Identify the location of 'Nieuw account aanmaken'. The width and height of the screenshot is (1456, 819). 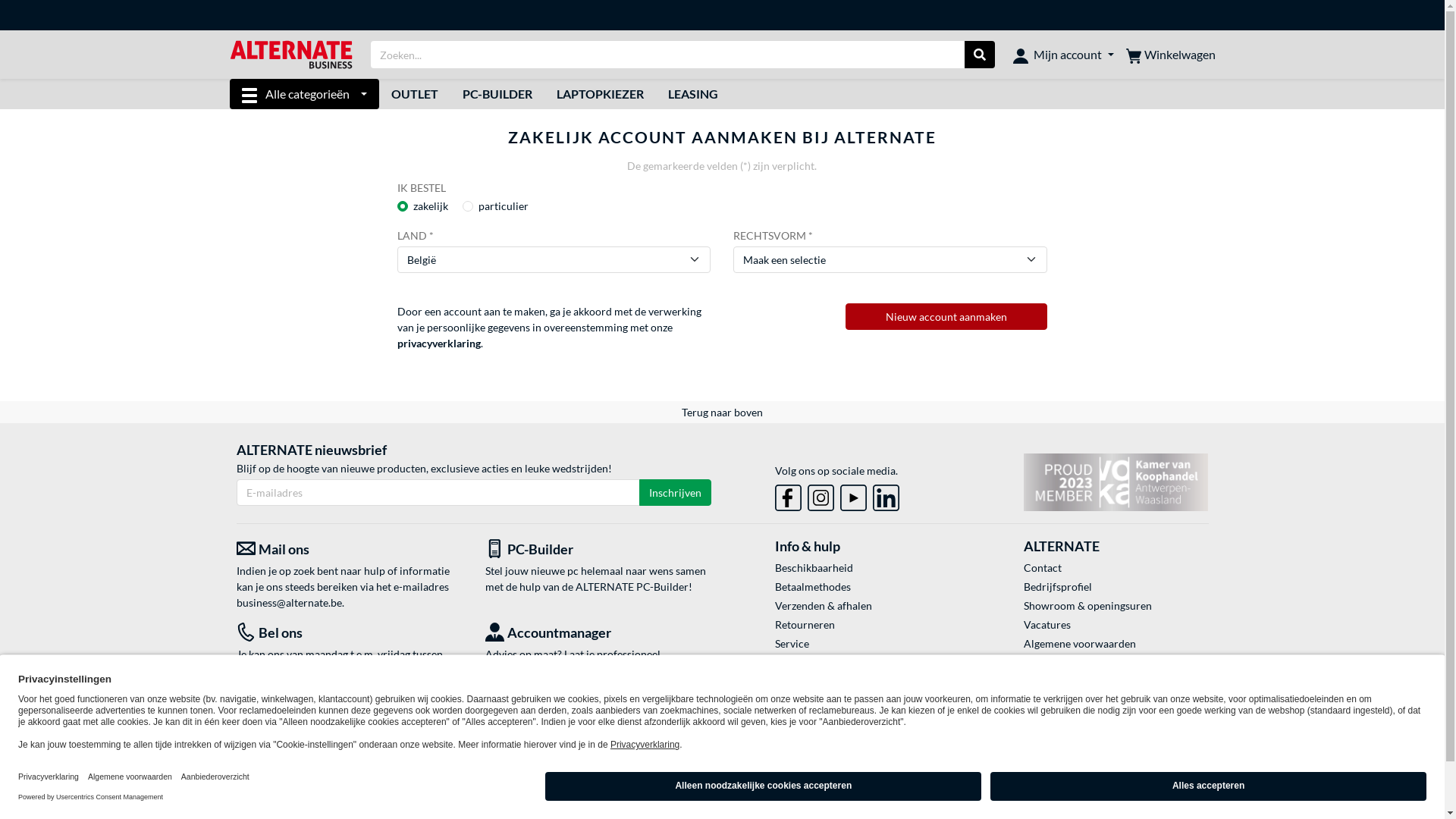
(946, 315).